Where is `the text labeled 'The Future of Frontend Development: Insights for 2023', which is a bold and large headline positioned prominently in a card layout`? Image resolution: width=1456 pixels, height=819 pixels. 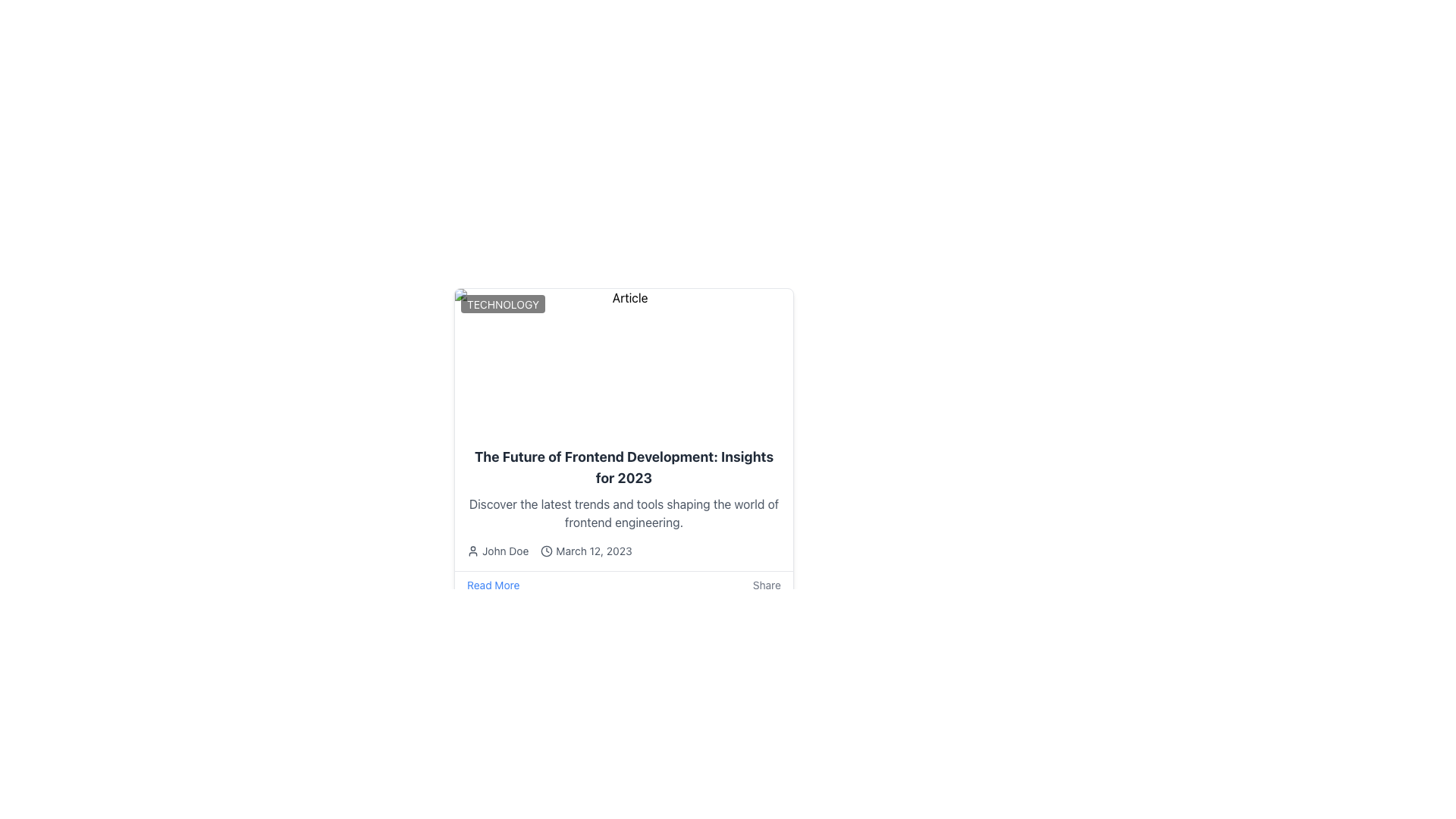 the text labeled 'The Future of Frontend Development: Insights for 2023', which is a bold and large headline positioned prominently in a card layout is located at coordinates (623, 467).